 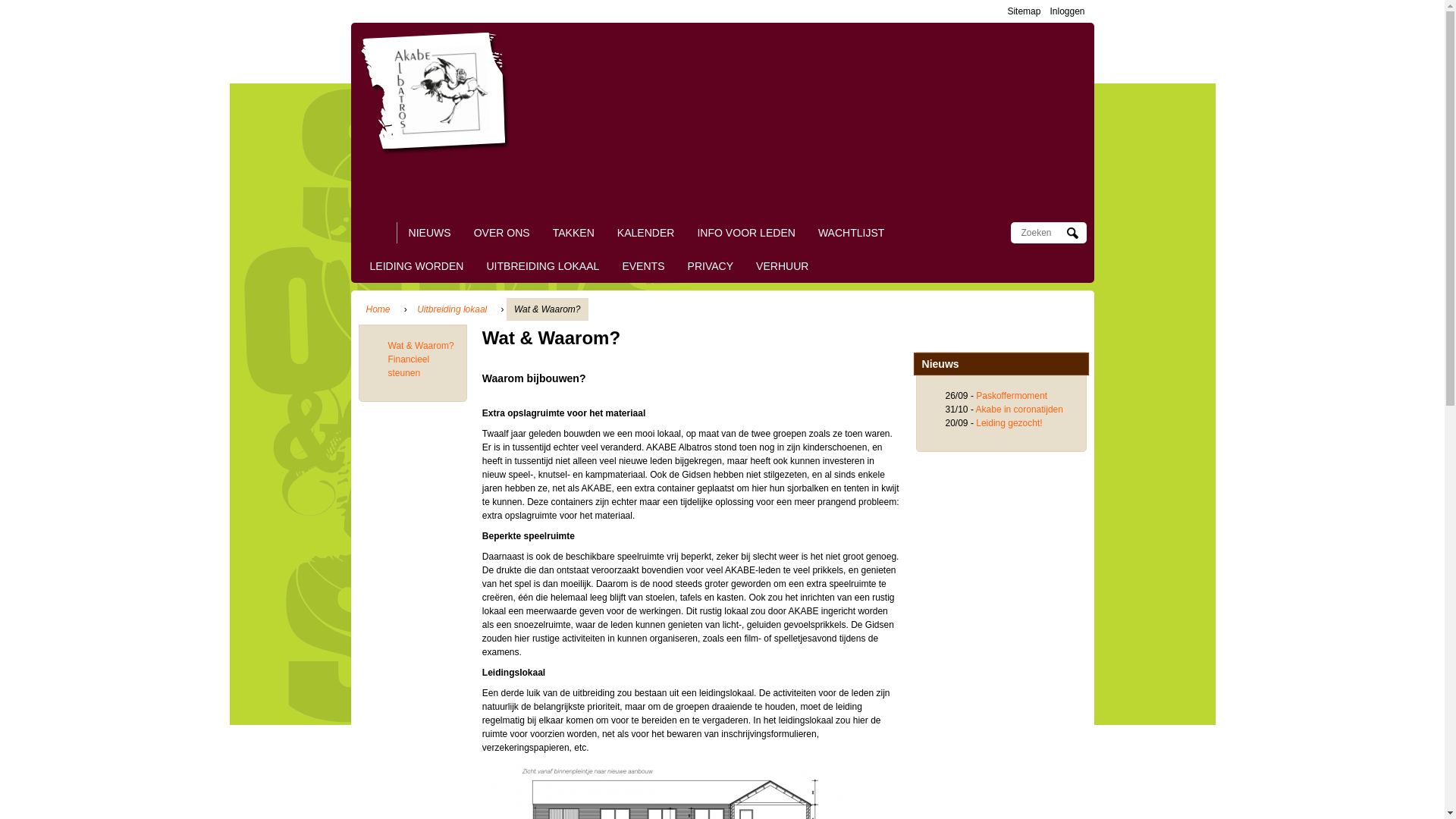 What do you see at coordinates (486, 265) in the screenshot?
I see `'UITBREIDING LOKAAL'` at bounding box center [486, 265].